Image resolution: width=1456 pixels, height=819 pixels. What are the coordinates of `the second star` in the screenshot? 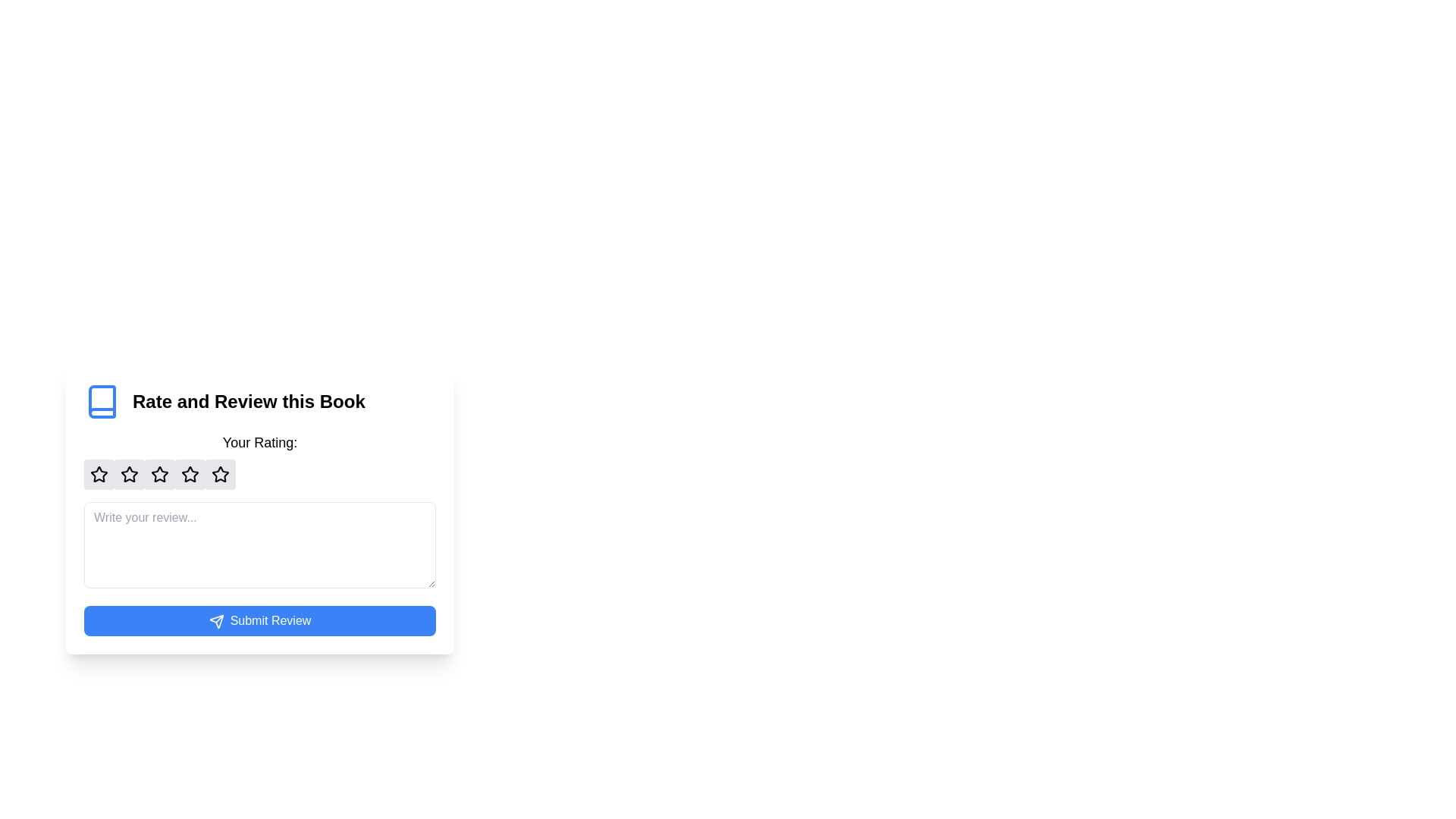 It's located at (189, 473).